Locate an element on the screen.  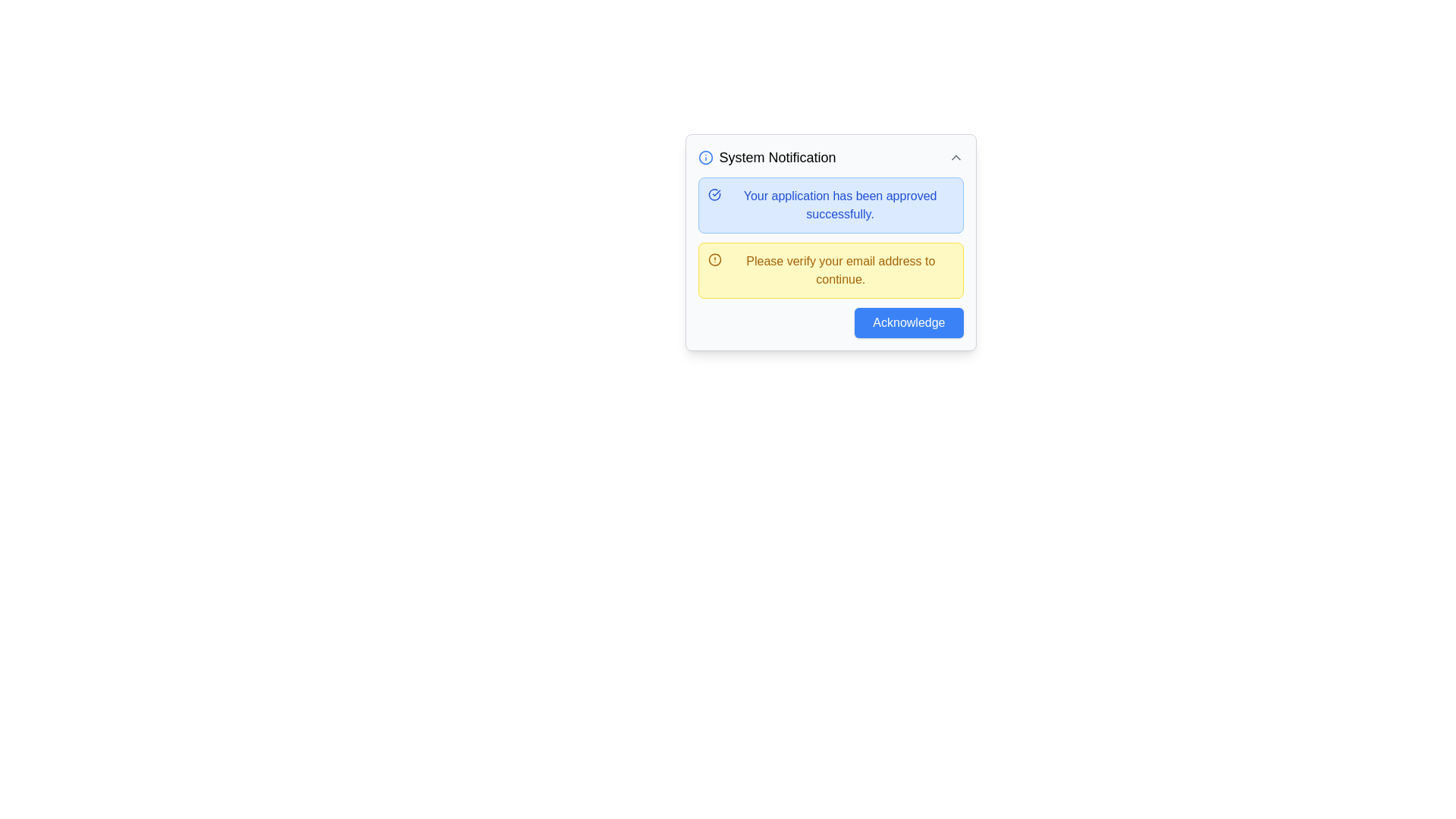
the gray upward arrow button located to the right of the 'System Notification' heading is located at coordinates (955, 158).